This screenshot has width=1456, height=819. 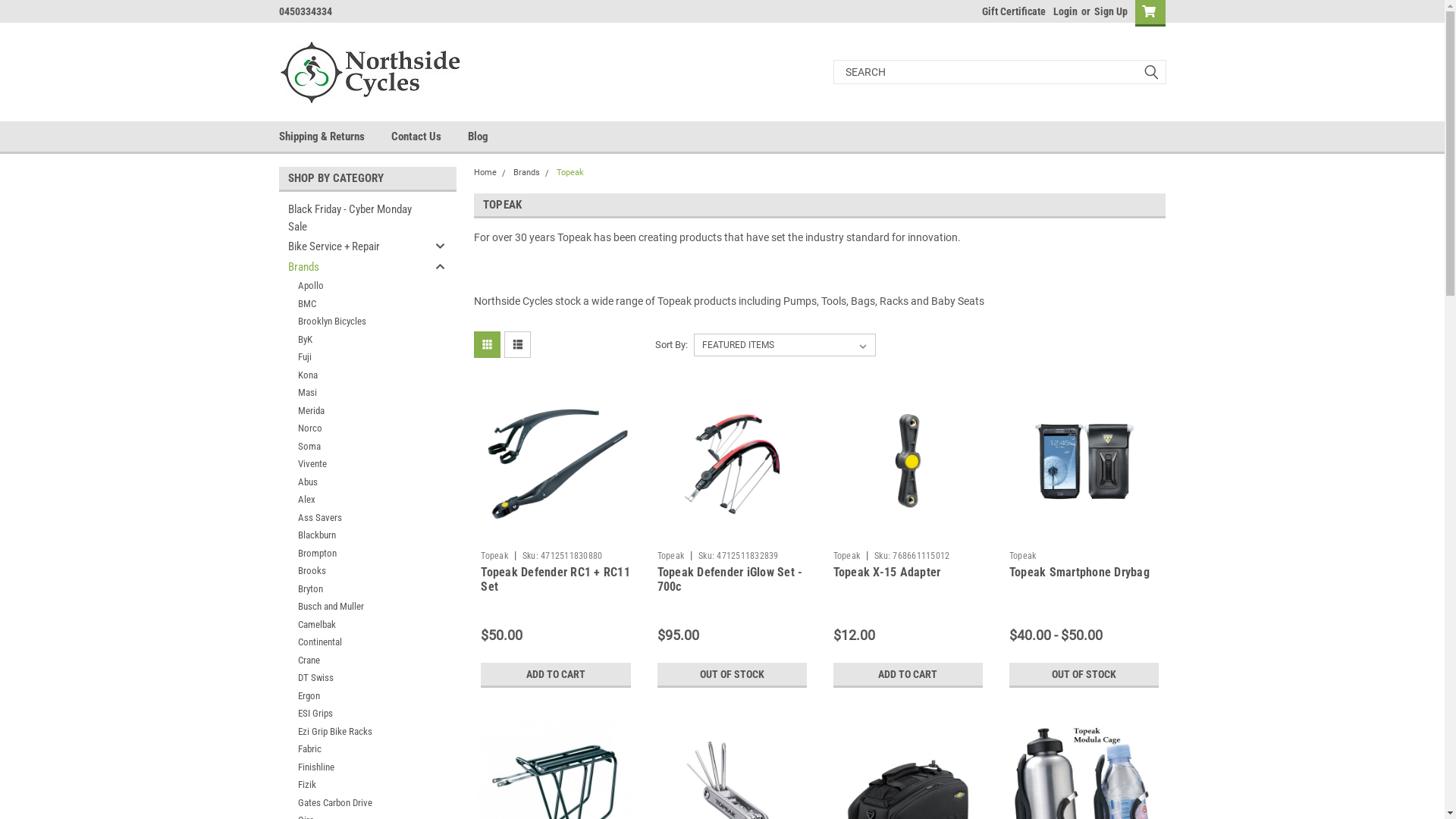 What do you see at coordinates (353, 570) in the screenshot?
I see `'Brooks'` at bounding box center [353, 570].